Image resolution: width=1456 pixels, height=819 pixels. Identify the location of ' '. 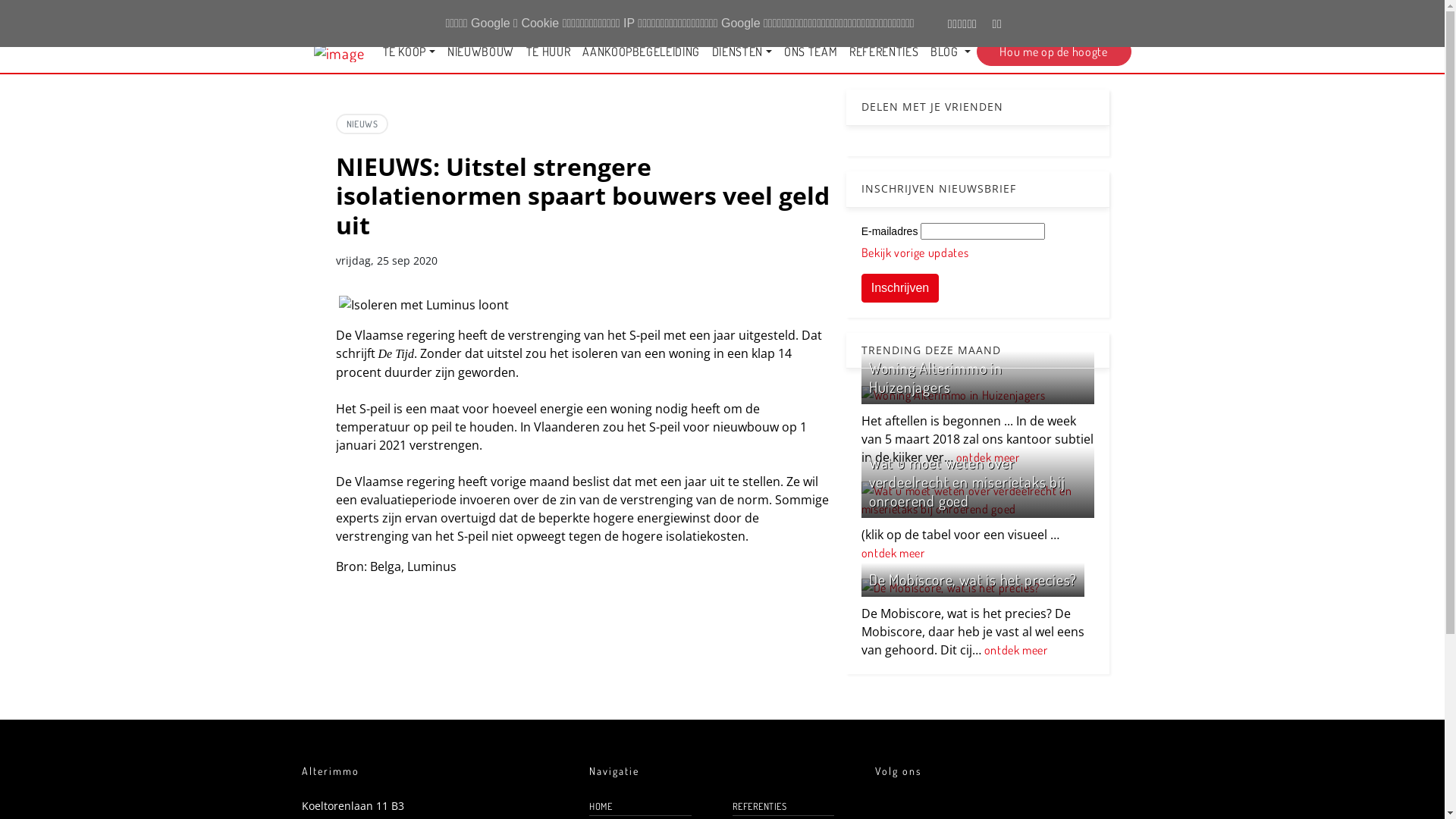
(1121, 14).